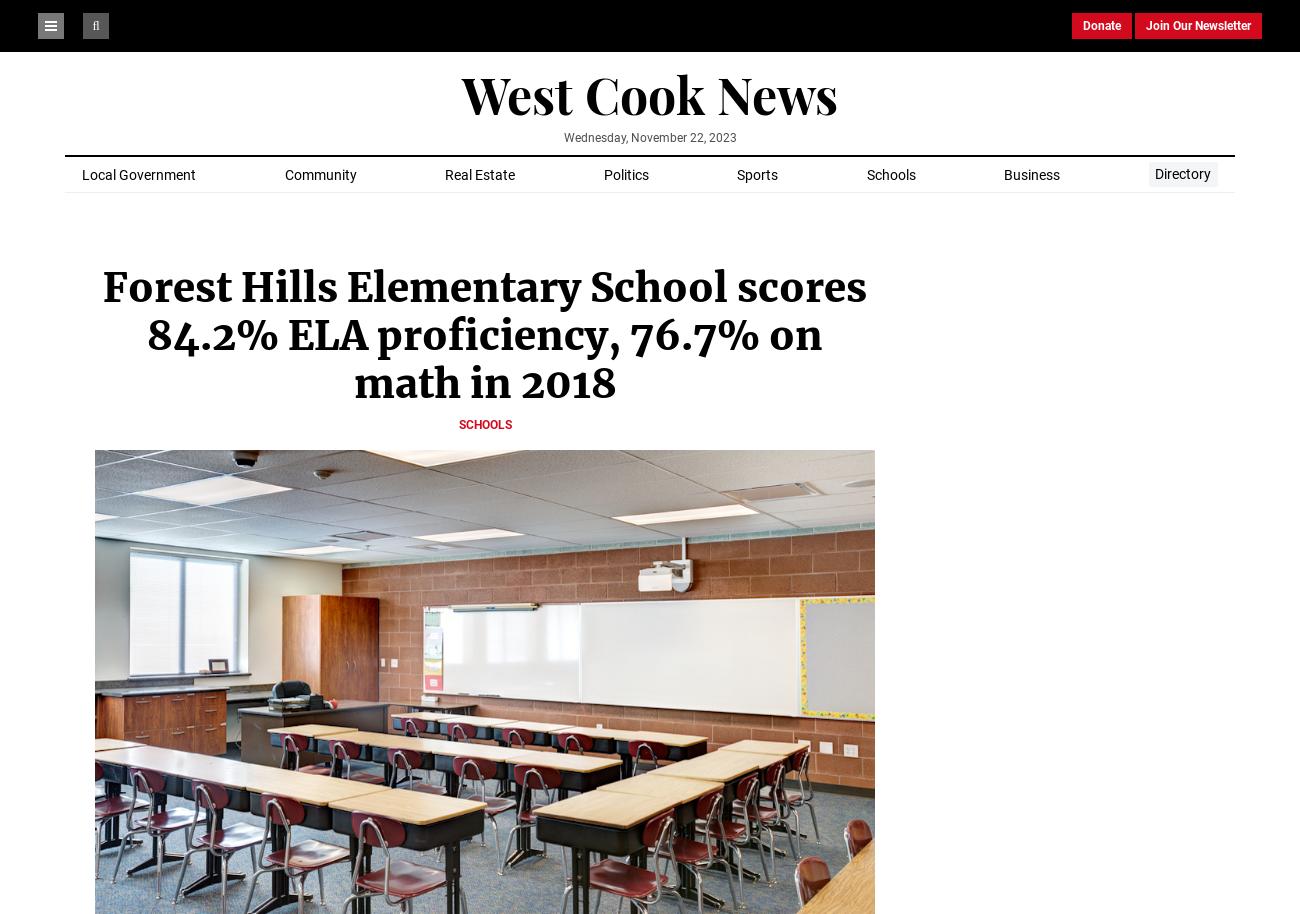  I want to click on 'Business', so click(1031, 173).